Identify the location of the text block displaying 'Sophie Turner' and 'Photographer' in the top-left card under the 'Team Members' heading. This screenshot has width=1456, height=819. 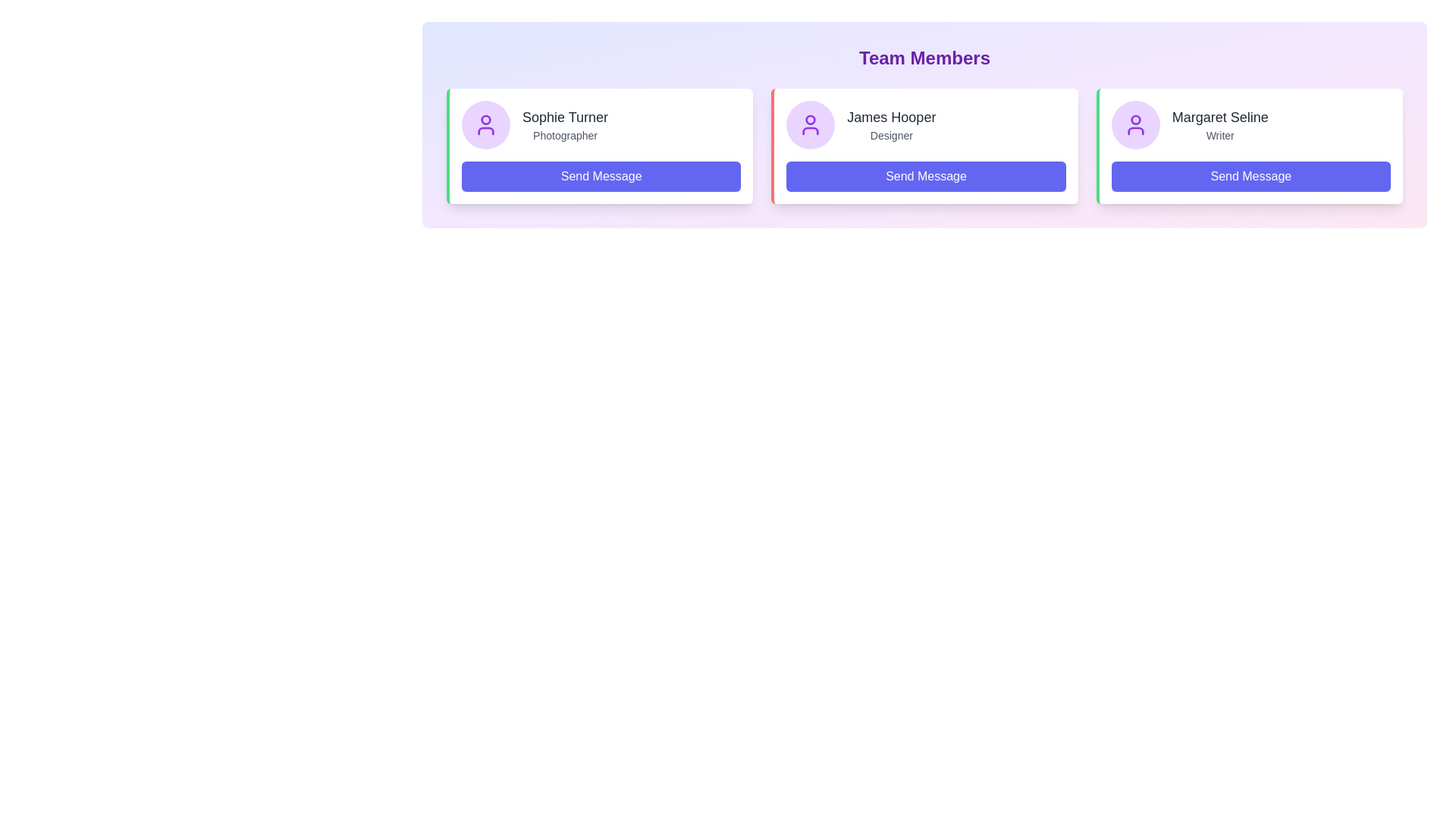
(564, 124).